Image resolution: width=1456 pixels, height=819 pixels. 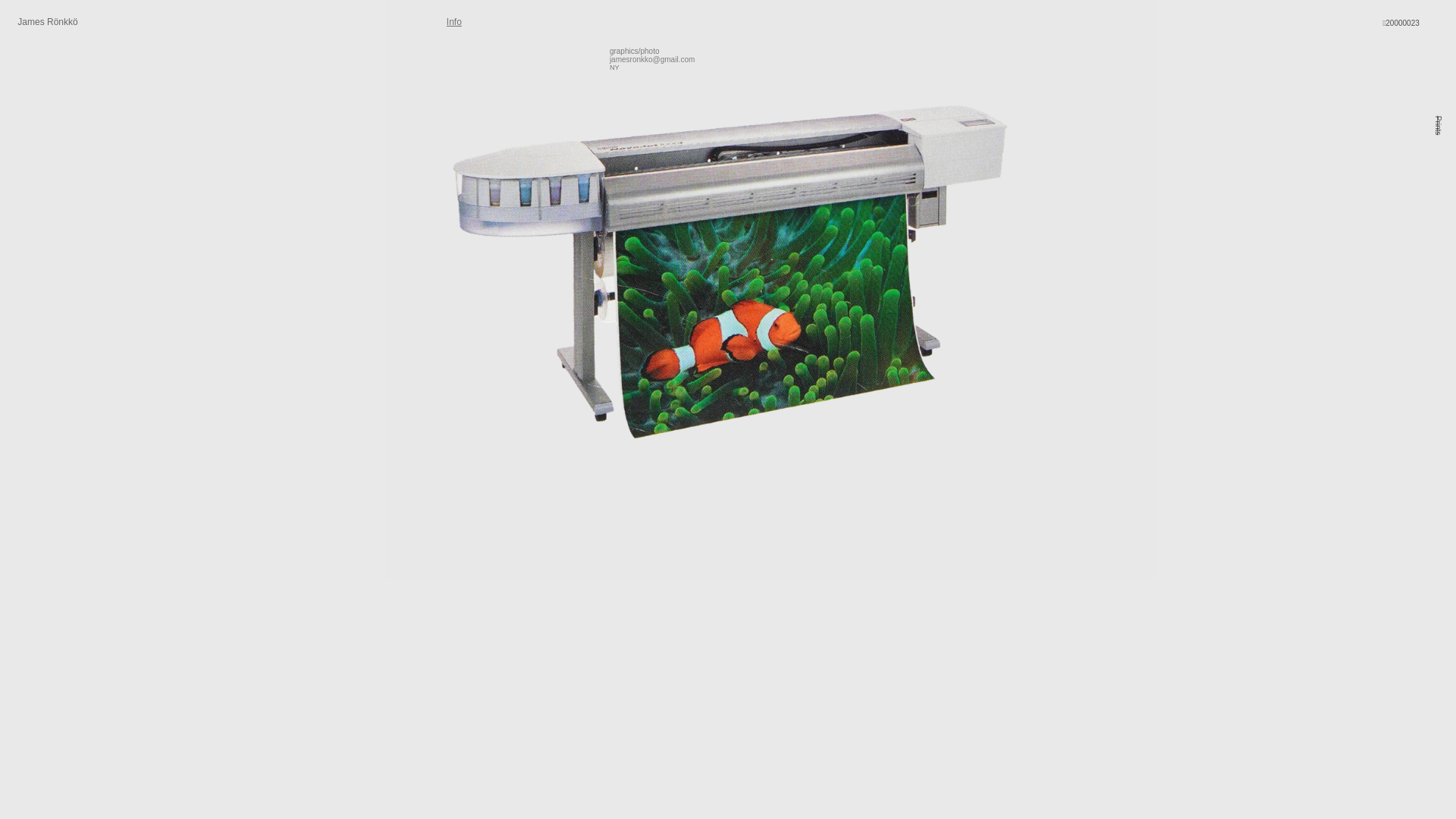 I want to click on 'jamesronkko@gmail.com', so click(x=651, y=58).